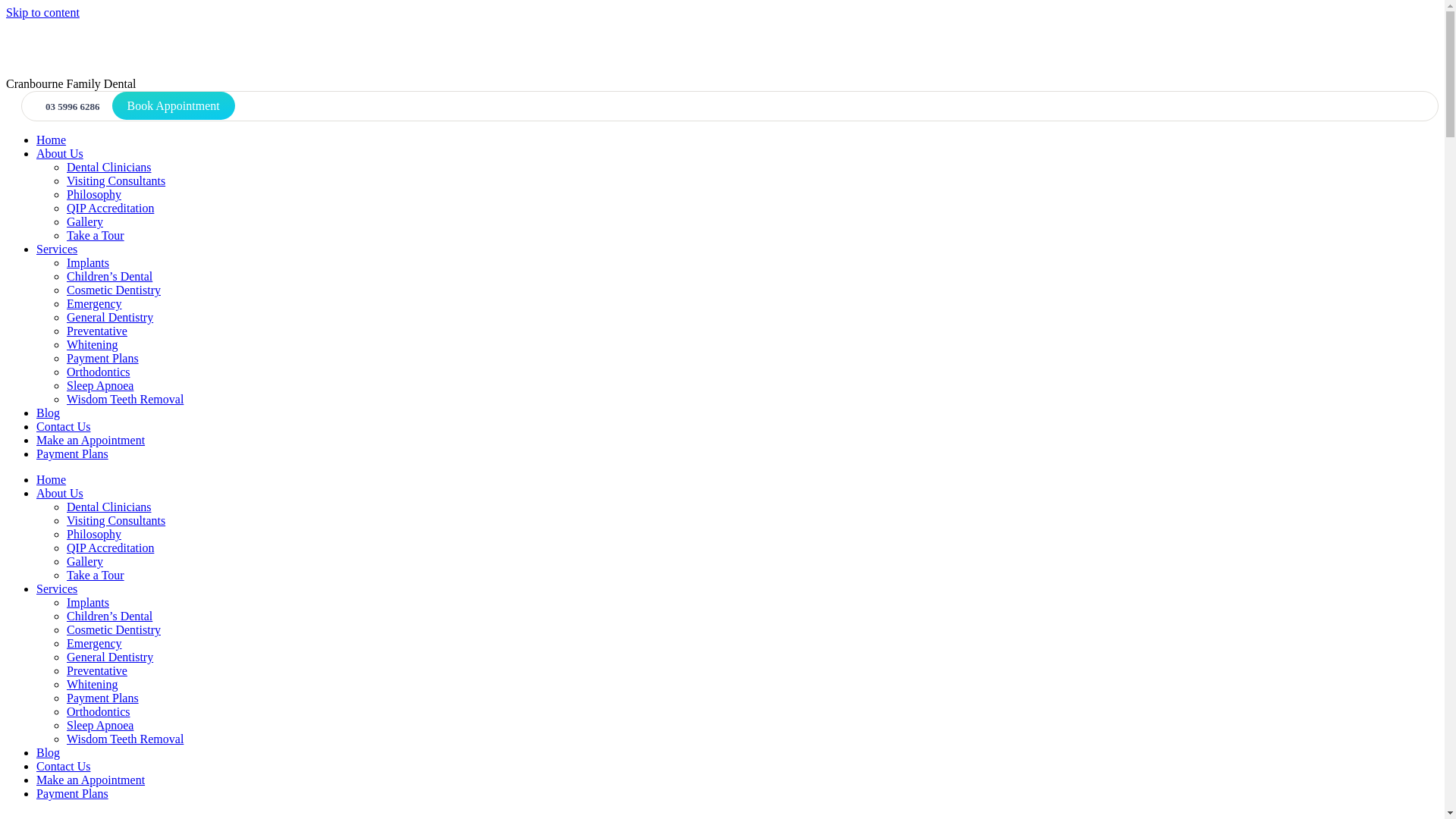 The height and width of the screenshot is (819, 1456). Describe the element at coordinates (109, 208) in the screenshot. I see `'QIP Accreditation'` at that location.